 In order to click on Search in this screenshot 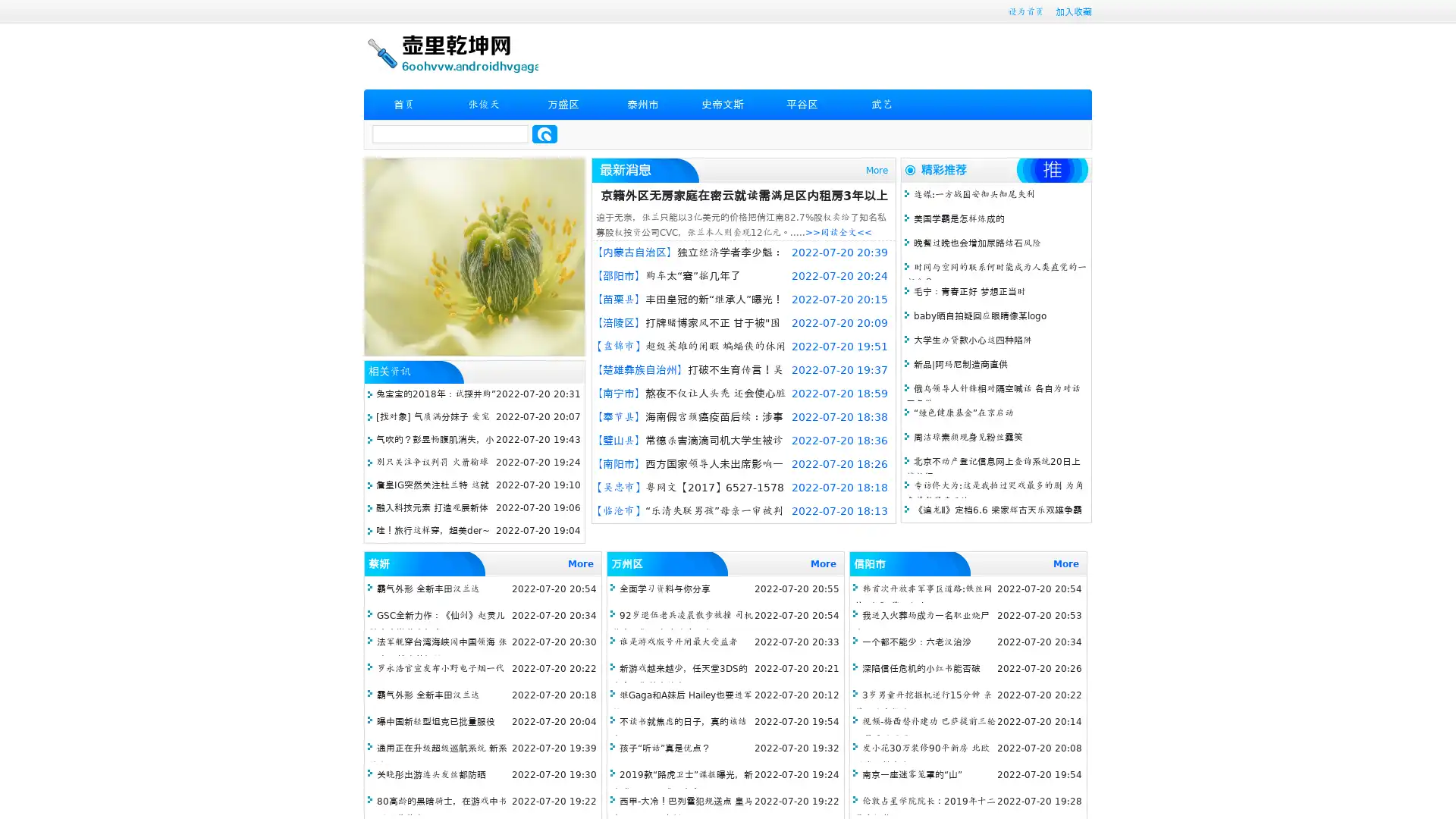, I will do `click(544, 133)`.